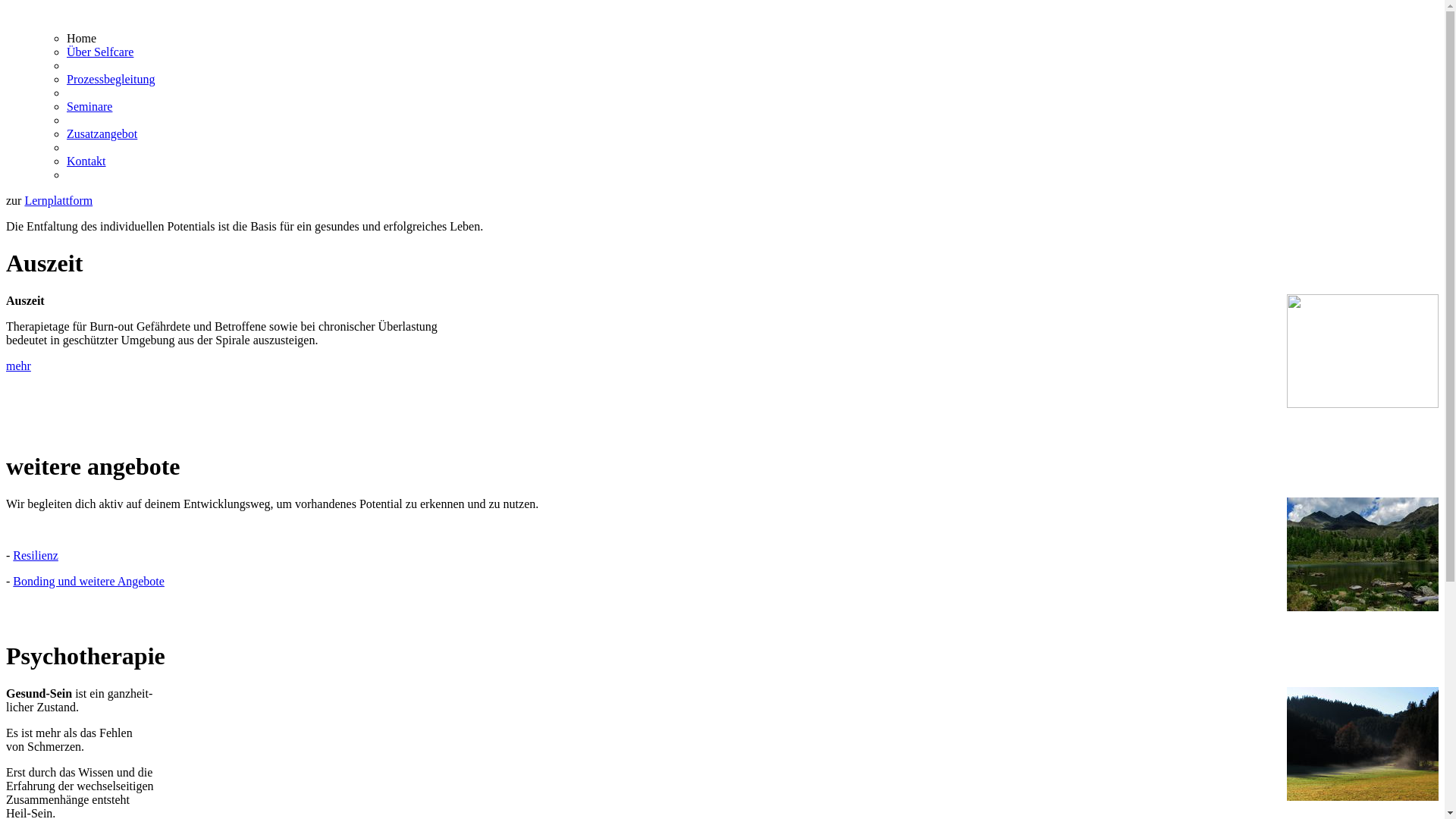 This screenshot has height=819, width=1456. Describe the element at coordinates (36, 555) in the screenshot. I see `'Resilienz'` at that location.